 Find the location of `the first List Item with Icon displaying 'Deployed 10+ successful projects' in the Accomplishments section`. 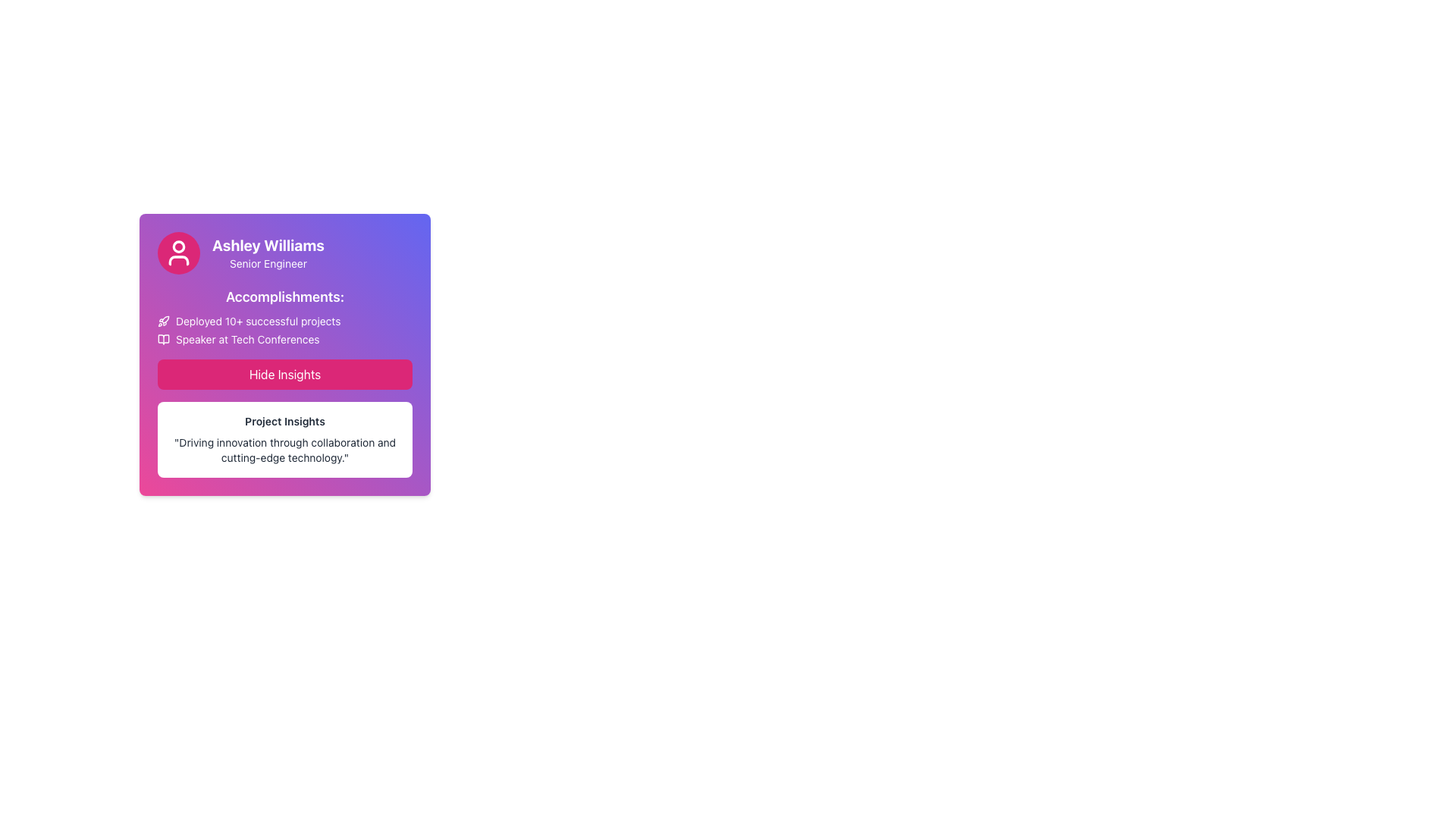

the first List Item with Icon displaying 'Deployed 10+ successful projects' in the Accomplishments section is located at coordinates (284, 321).